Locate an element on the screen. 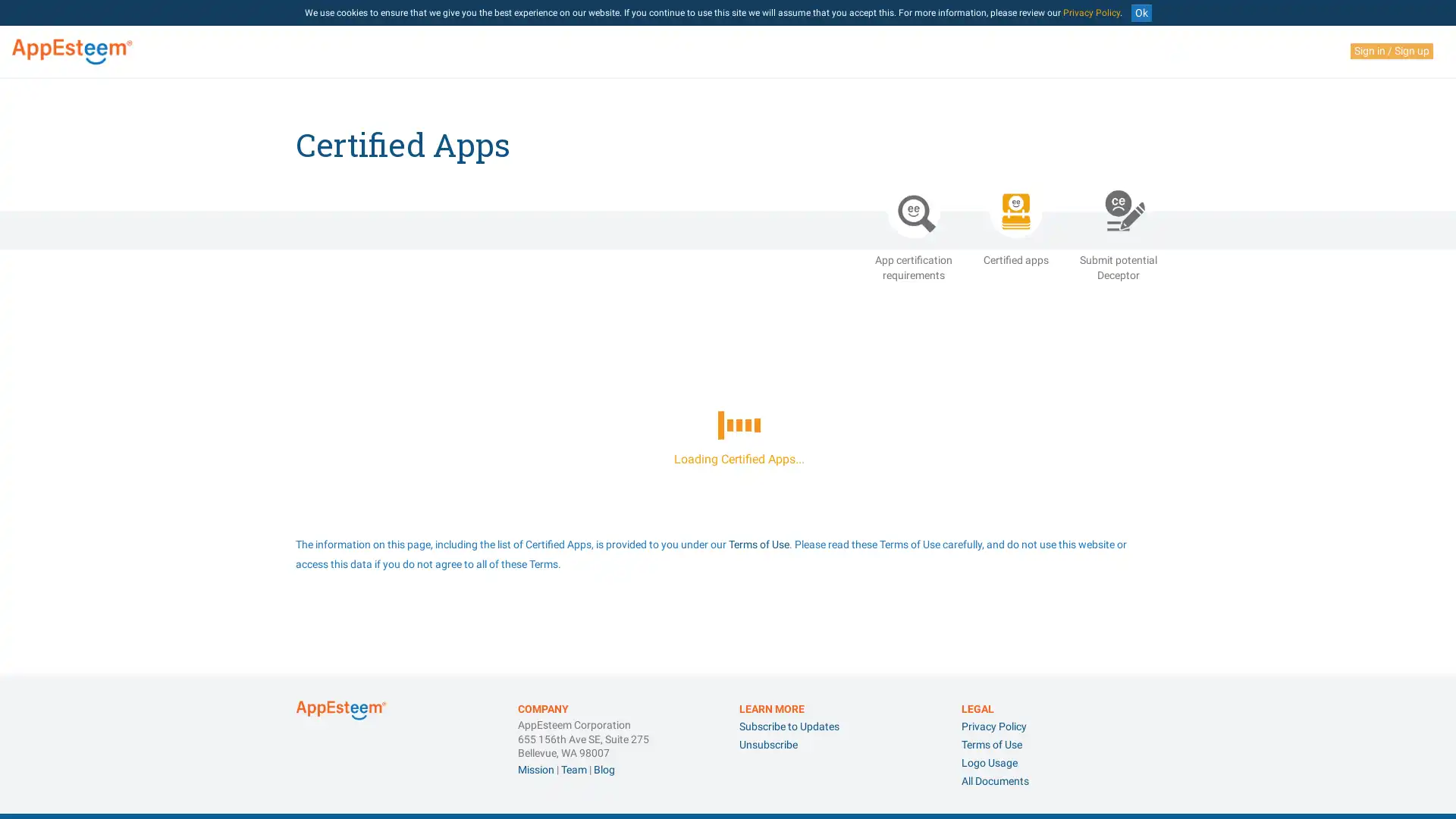 This screenshot has width=1456, height=819. 1 is located at coordinates (1099, 757).